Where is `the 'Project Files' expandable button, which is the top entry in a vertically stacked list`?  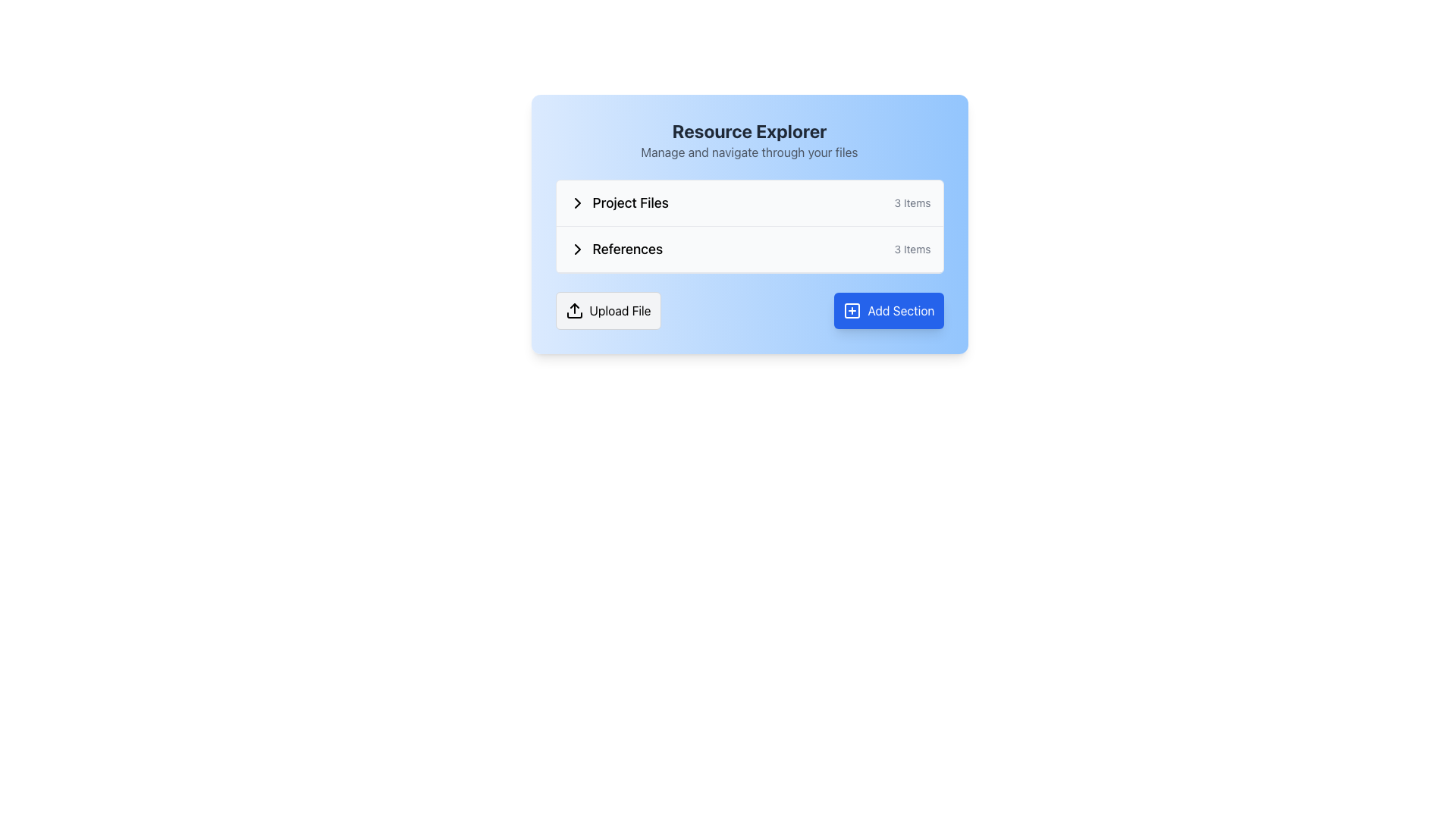
the 'Project Files' expandable button, which is the top entry in a vertically stacked list is located at coordinates (749, 202).